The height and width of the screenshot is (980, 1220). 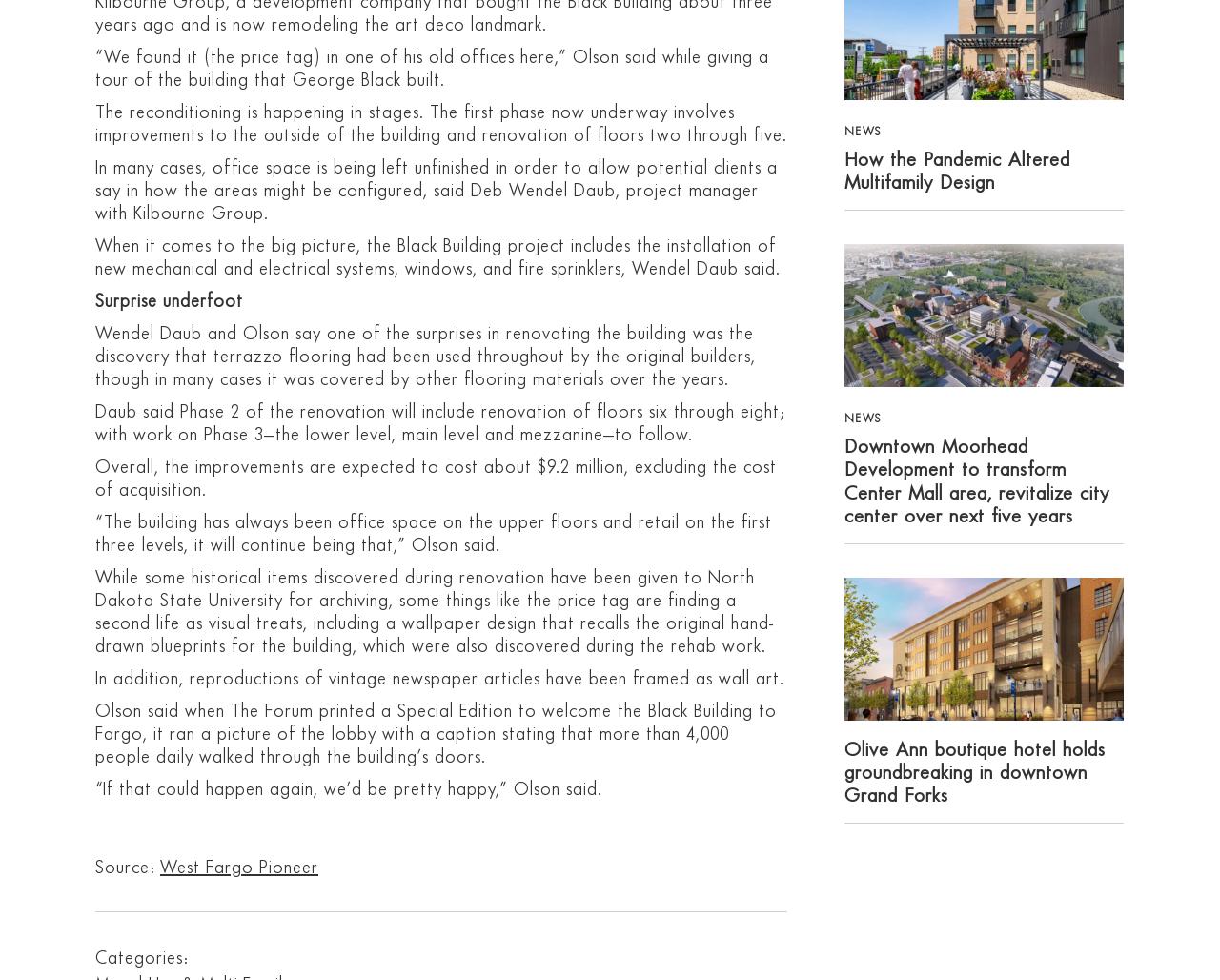 What do you see at coordinates (434, 610) in the screenshot?
I see `'While some historical items discovered during renovation have been given to North Dakota State University for archiving, some things like the price tag are finding a second life as visual treats, including a wallpaper design that recalls the original hand-drawn blueprints for the building, which were also discovered during the rehab work.'` at bounding box center [434, 610].